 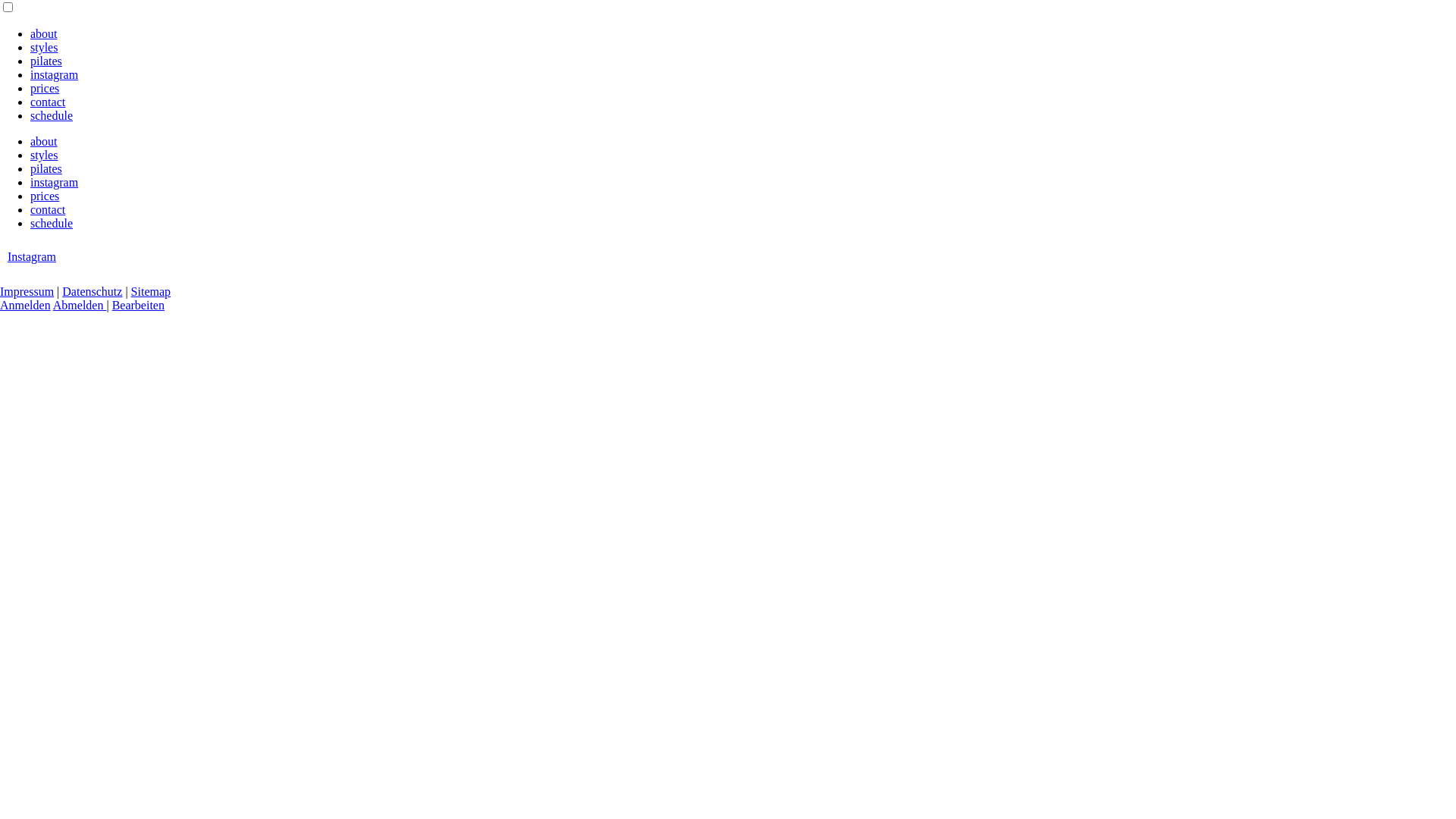 What do you see at coordinates (44, 88) in the screenshot?
I see `'prices'` at bounding box center [44, 88].